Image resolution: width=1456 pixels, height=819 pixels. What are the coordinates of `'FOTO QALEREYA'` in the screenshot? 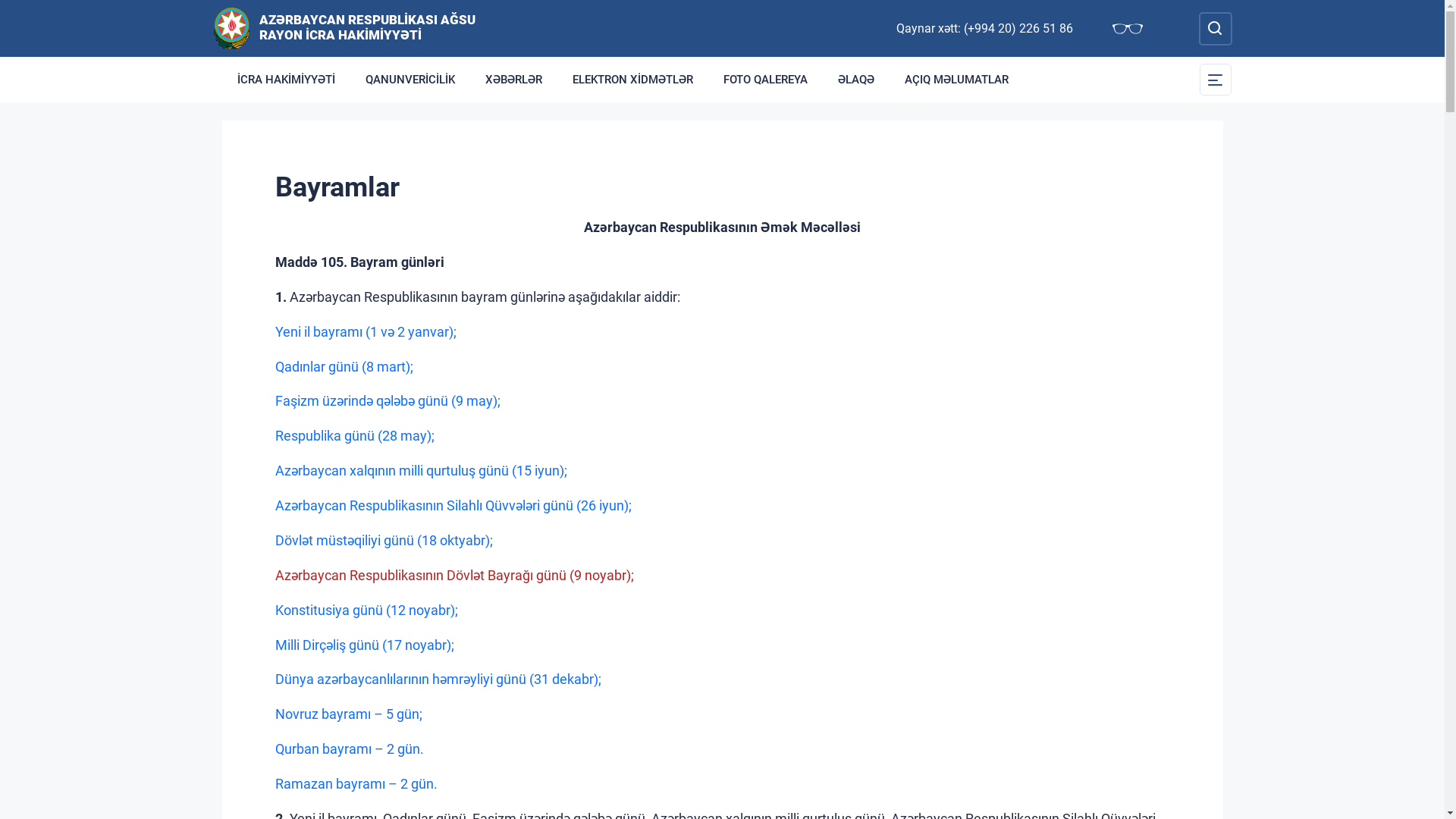 It's located at (765, 79).